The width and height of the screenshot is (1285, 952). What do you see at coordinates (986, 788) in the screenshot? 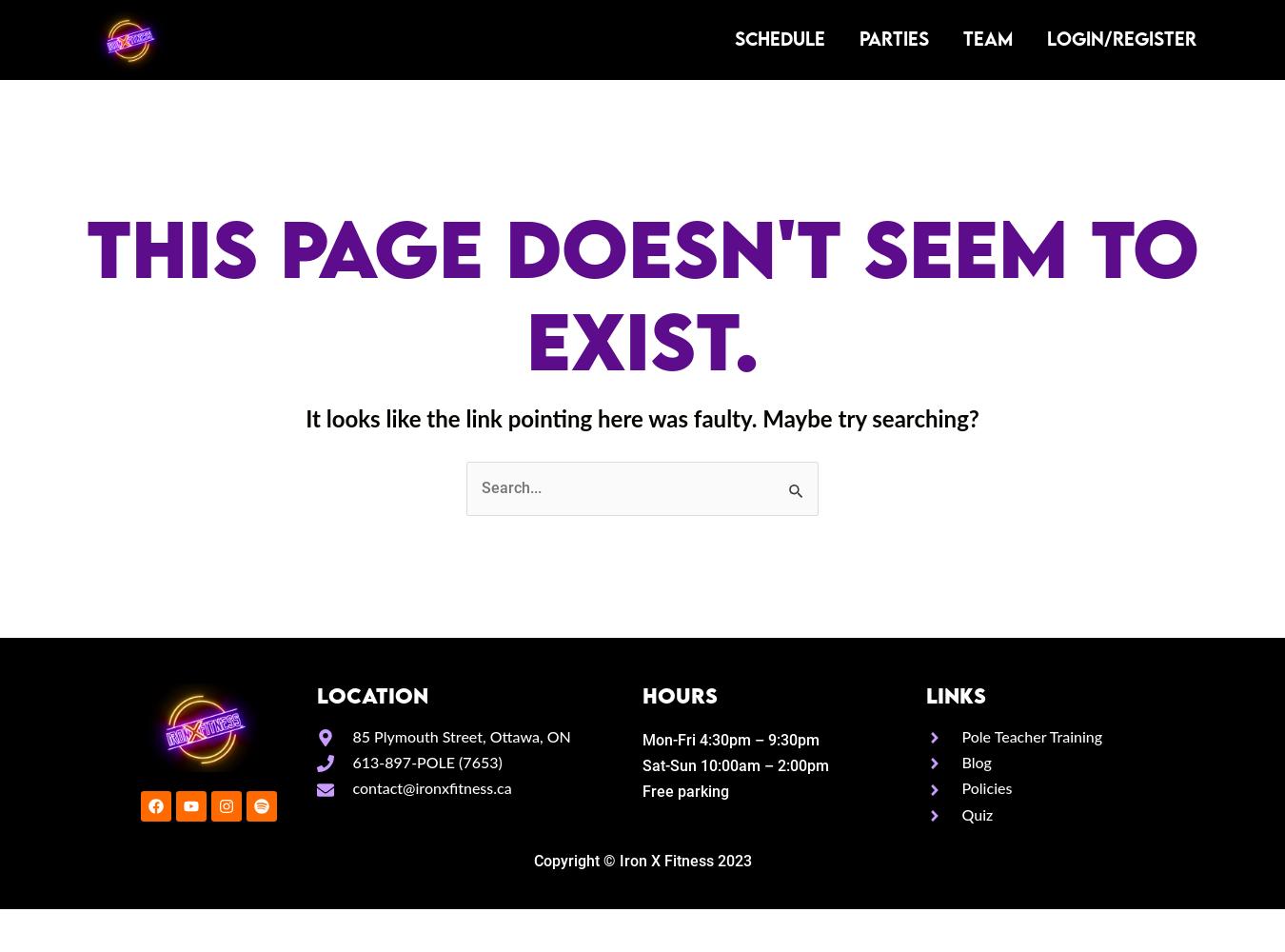
I see `'Policies'` at bounding box center [986, 788].